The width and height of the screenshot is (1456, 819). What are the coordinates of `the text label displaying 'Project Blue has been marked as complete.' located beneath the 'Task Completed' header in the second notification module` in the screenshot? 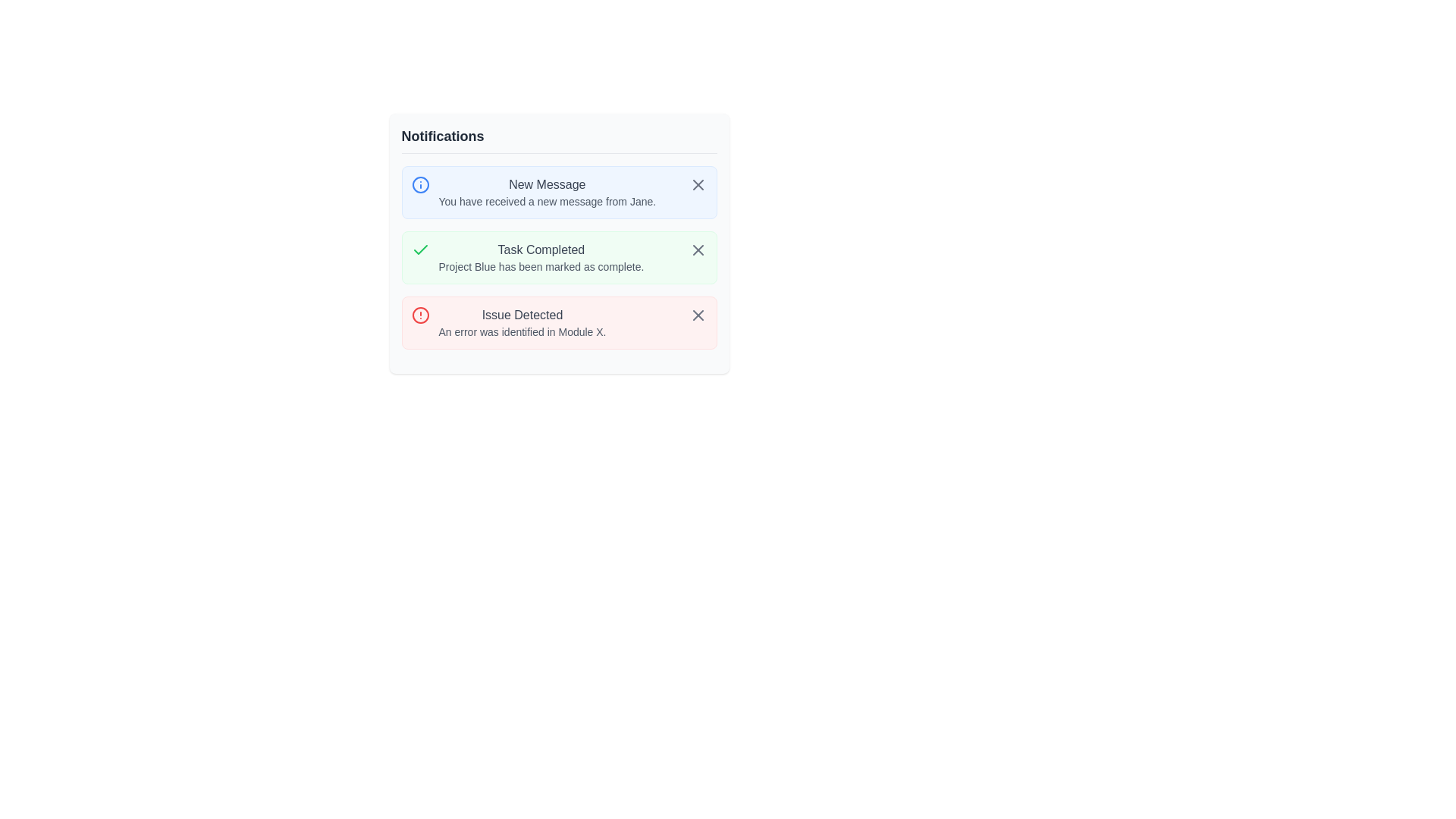 It's located at (541, 265).